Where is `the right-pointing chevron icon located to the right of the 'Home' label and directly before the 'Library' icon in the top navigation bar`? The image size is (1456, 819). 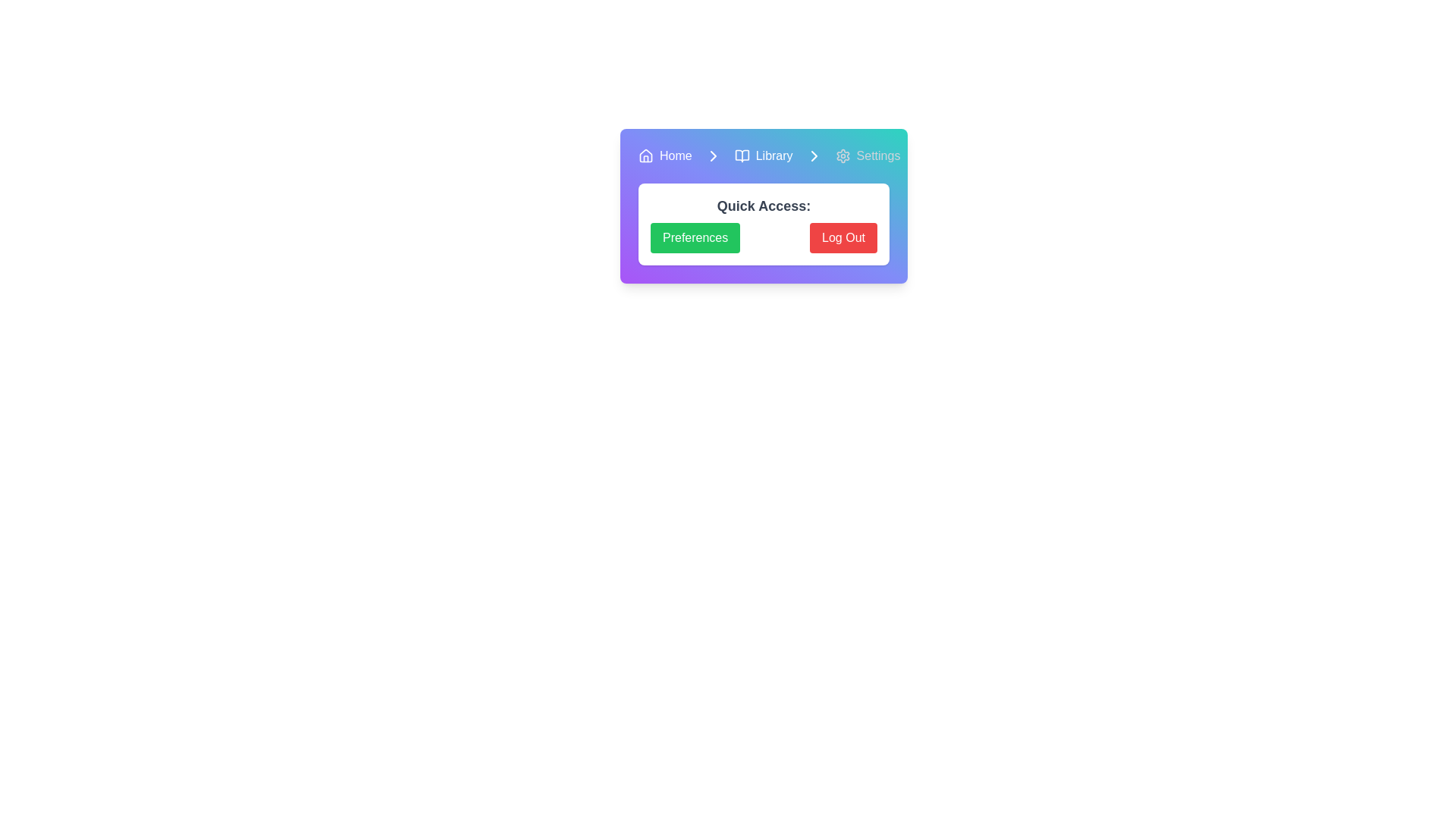
the right-pointing chevron icon located to the right of the 'Home' label and directly before the 'Library' icon in the top navigation bar is located at coordinates (712, 155).